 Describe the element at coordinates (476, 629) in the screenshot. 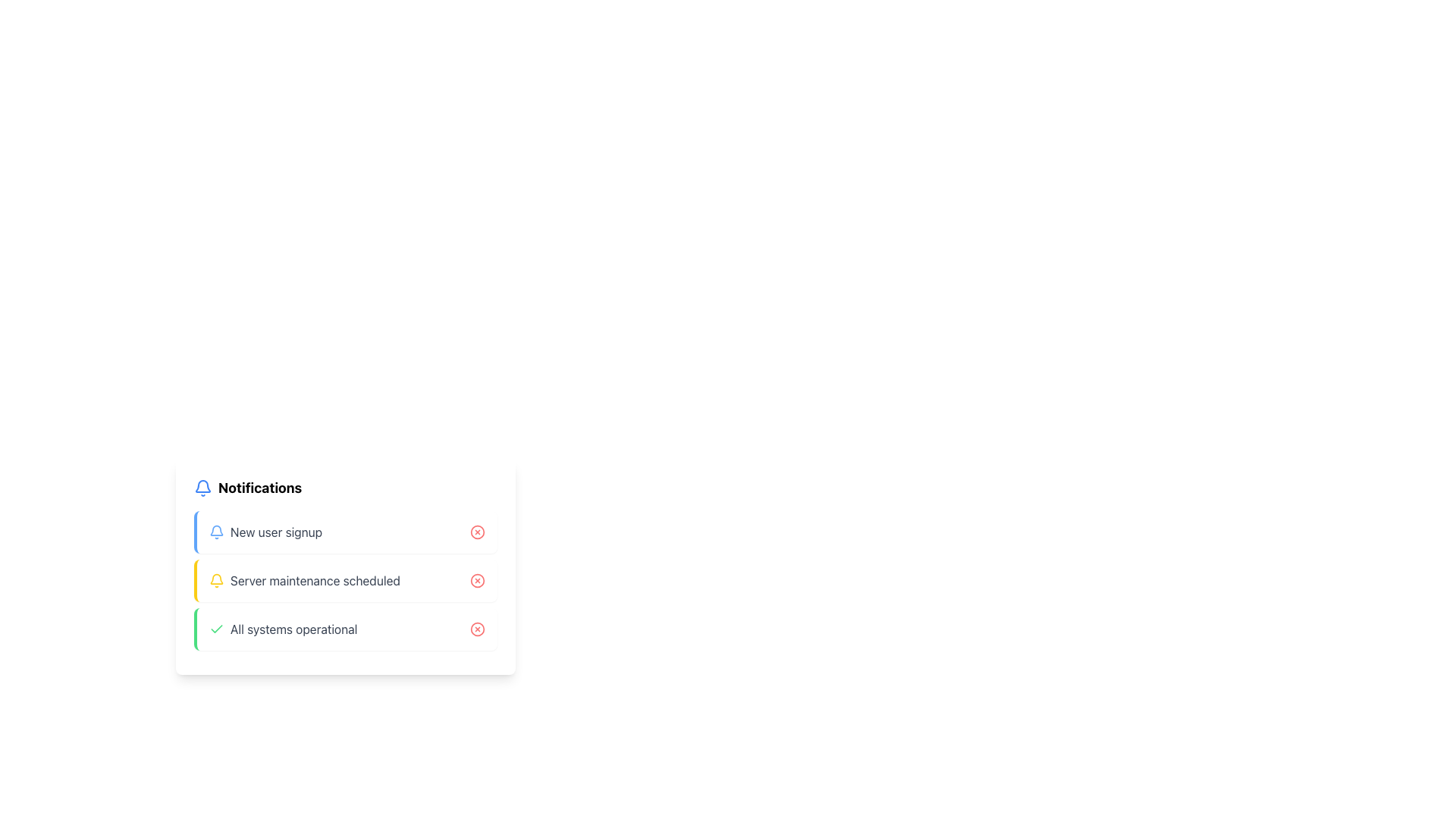

I see `the circular red button with an 'X' icon located at the far-right side of the 'All systems operational' notification entry` at that location.